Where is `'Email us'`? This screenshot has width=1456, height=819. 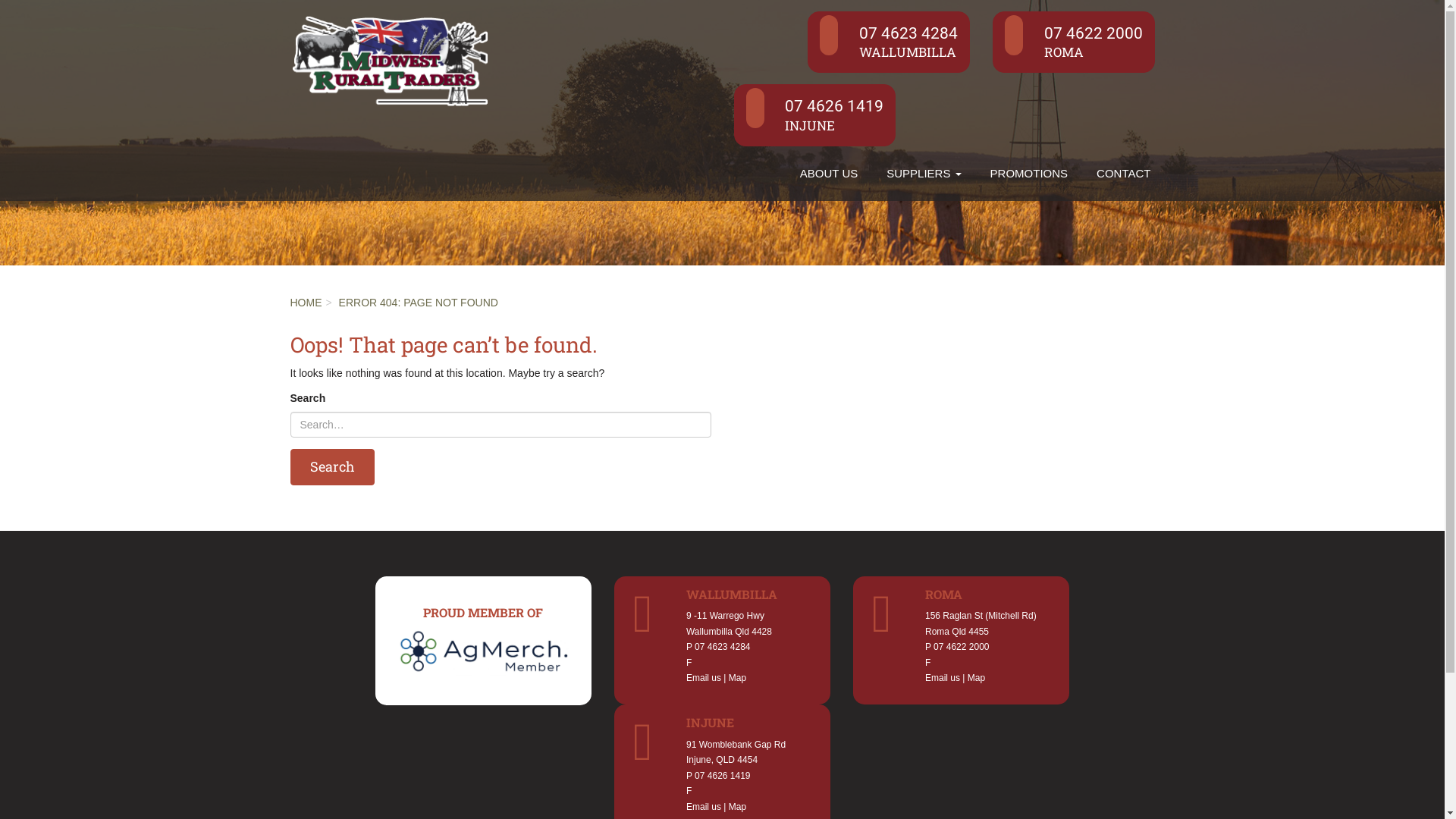 'Email us' is located at coordinates (702, 806).